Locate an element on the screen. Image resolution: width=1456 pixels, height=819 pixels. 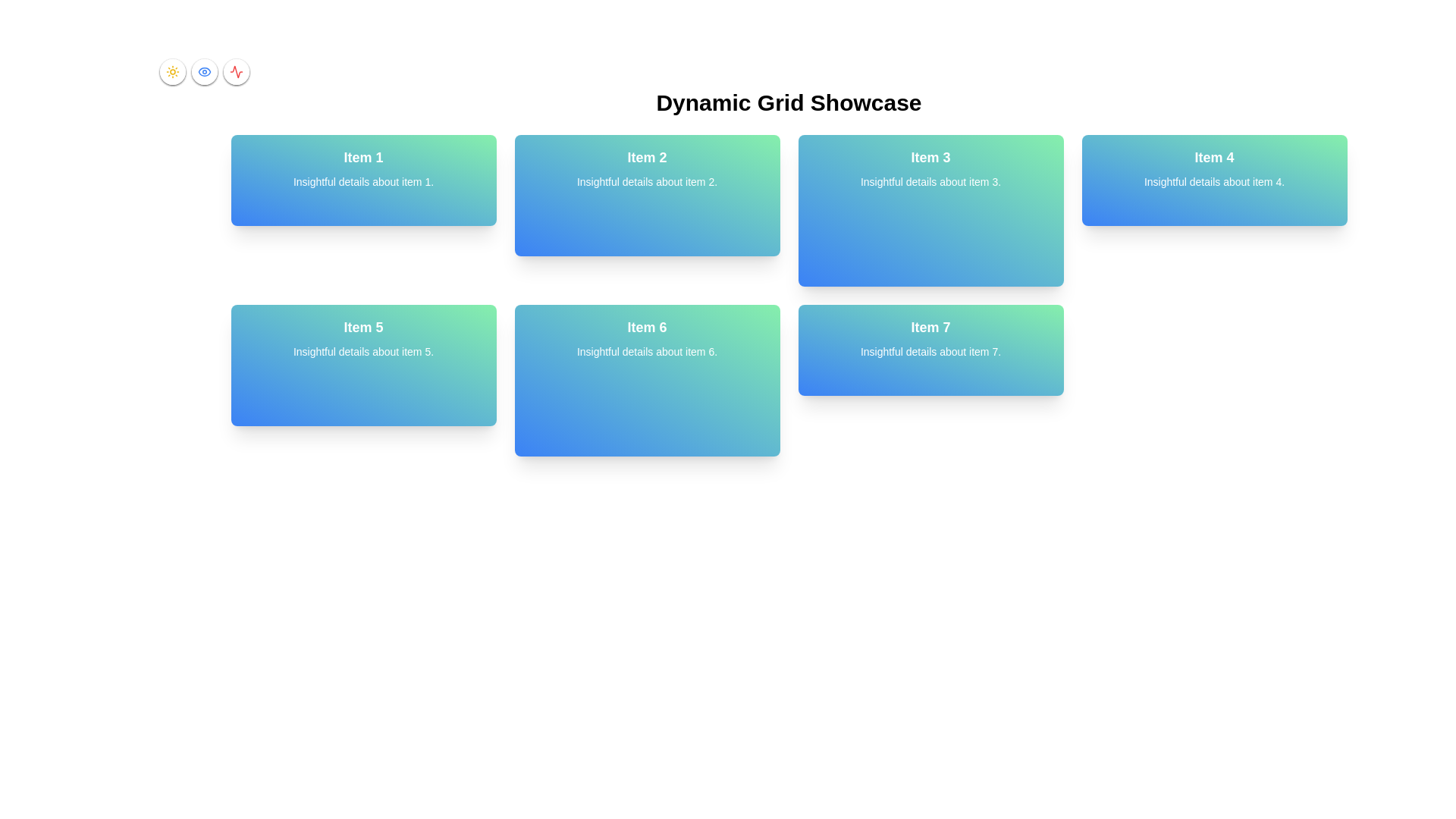
the text label reading 'Insightful details about item 6.' located in the lower section of the card labeled 'Item 6' is located at coordinates (647, 351).